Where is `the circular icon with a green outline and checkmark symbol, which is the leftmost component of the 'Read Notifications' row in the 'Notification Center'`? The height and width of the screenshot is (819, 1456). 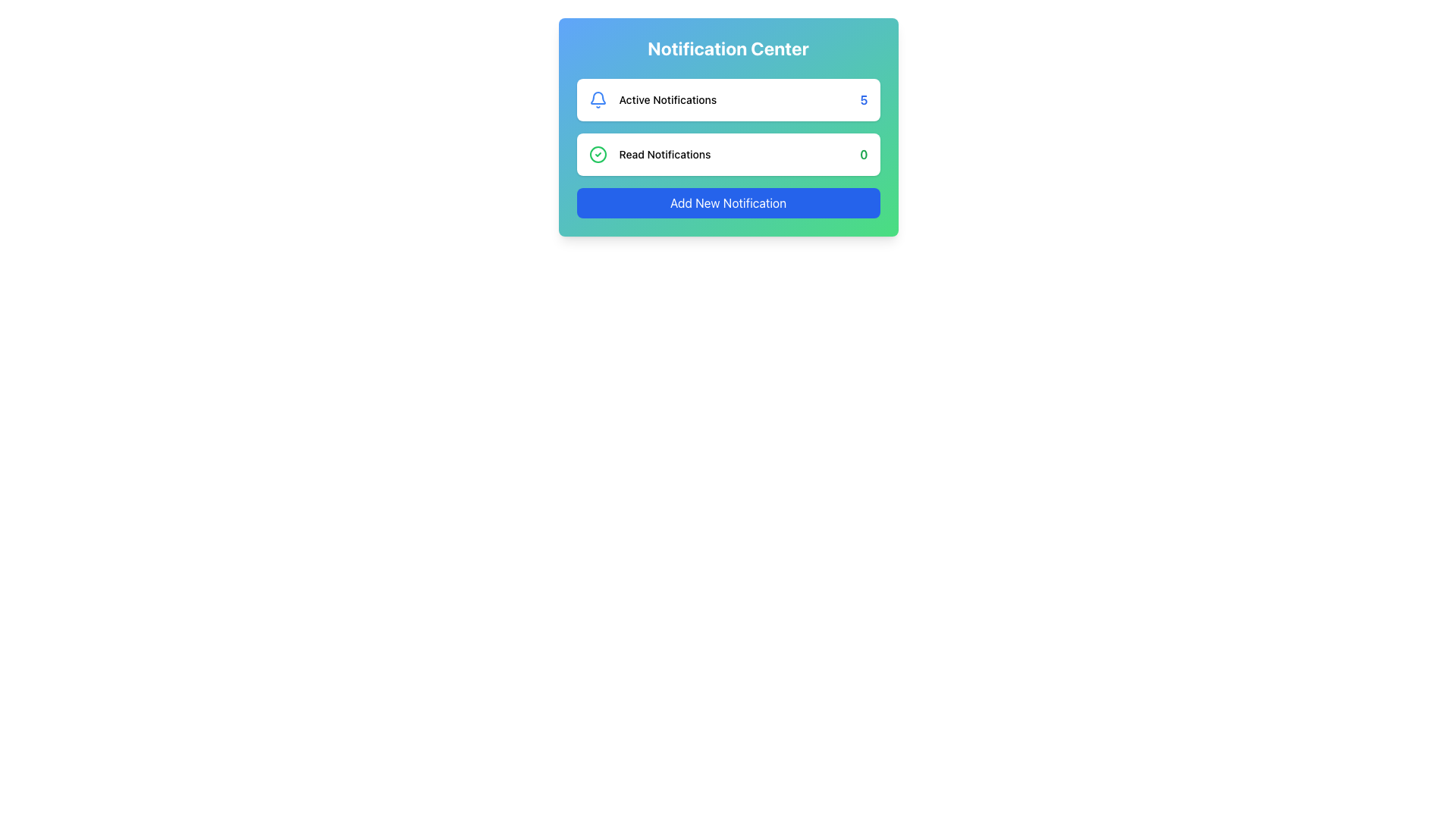
the circular icon with a green outline and checkmark symbol, which is the leftmost component of the 'Read Notifications' row in the 'Notification Center' is located at coordinates (597, 155).